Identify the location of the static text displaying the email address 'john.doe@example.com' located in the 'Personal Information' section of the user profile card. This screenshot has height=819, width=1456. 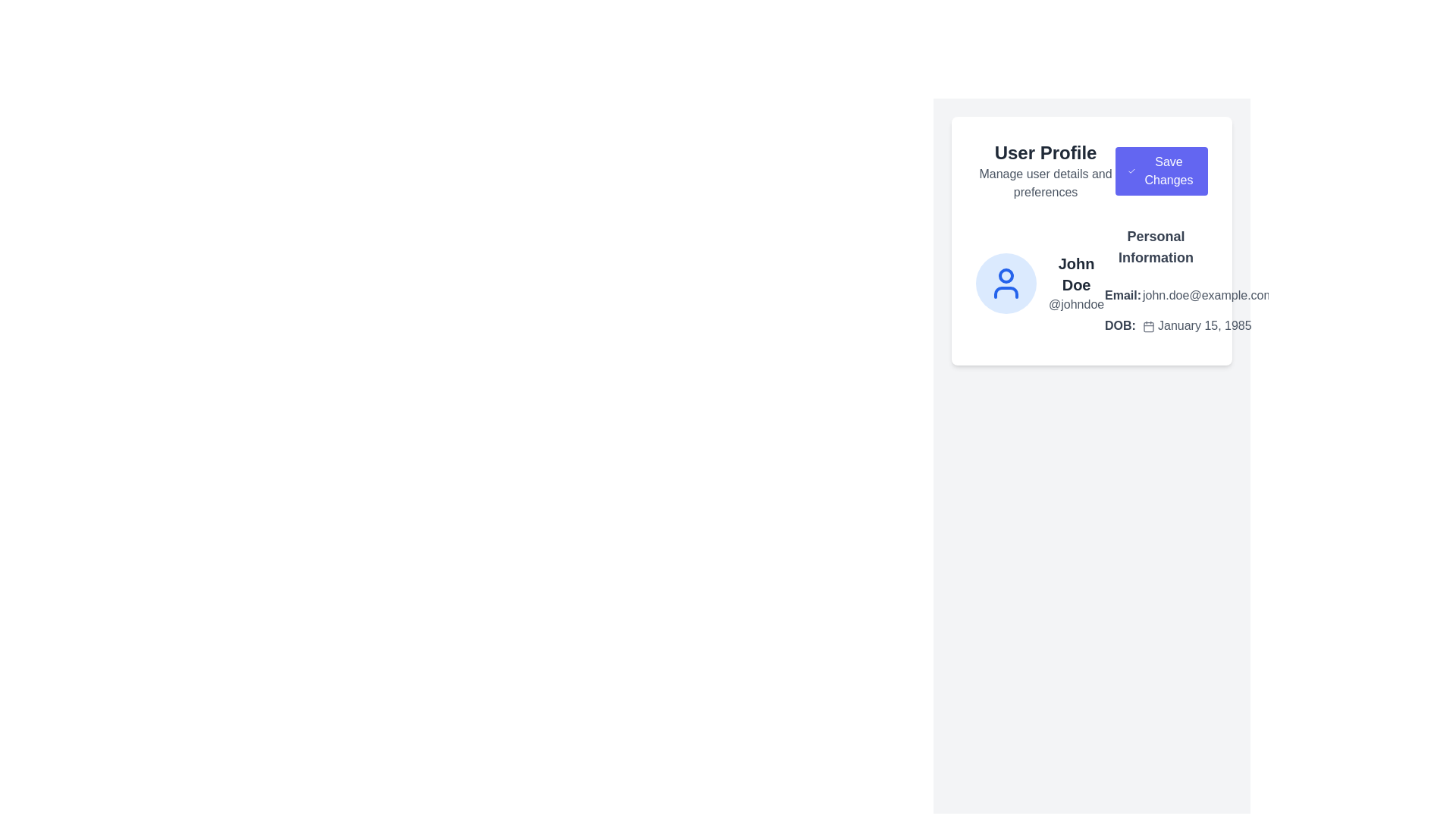
(1207, 295).